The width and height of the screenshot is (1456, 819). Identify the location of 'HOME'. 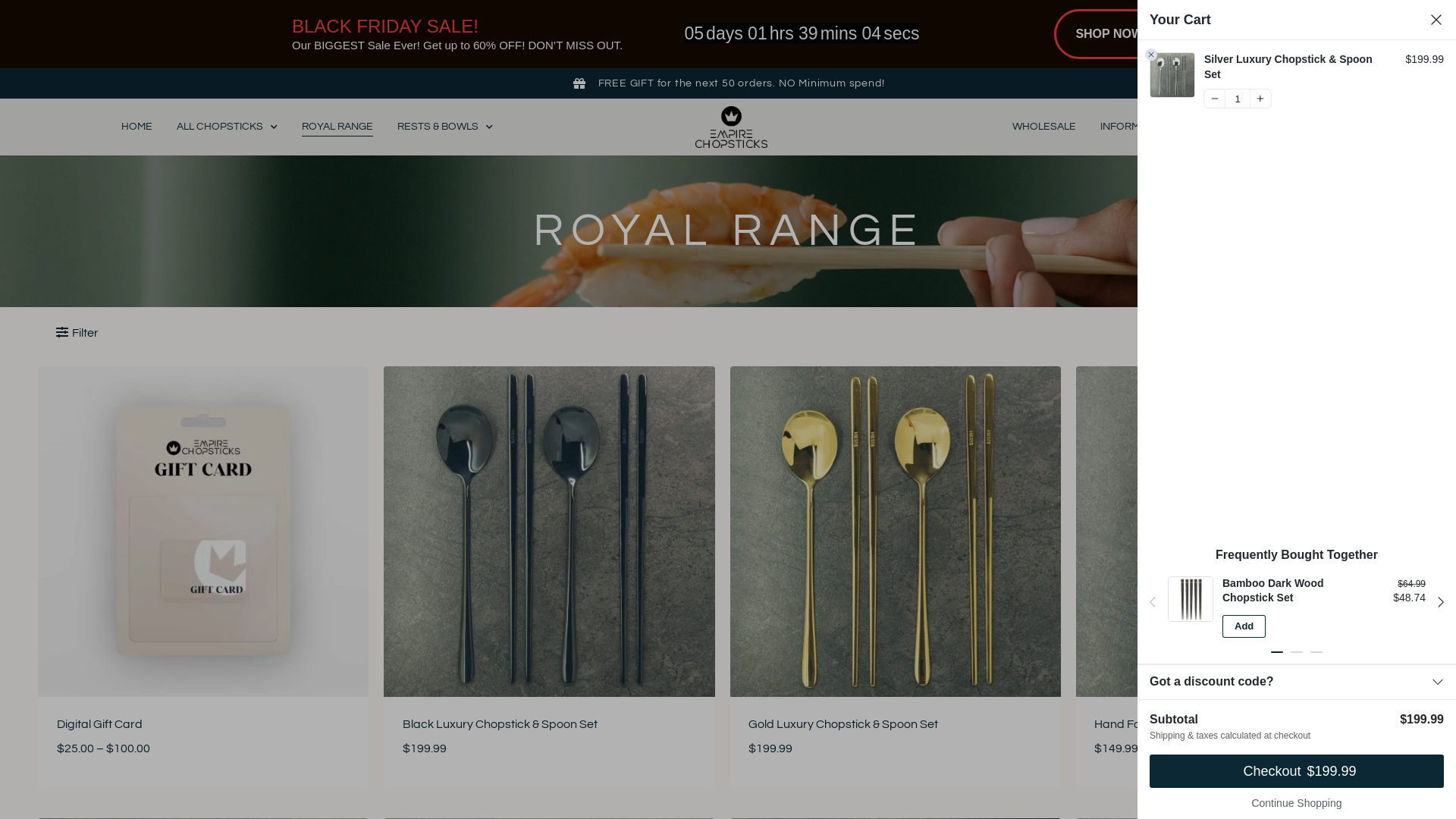
(120, 126).